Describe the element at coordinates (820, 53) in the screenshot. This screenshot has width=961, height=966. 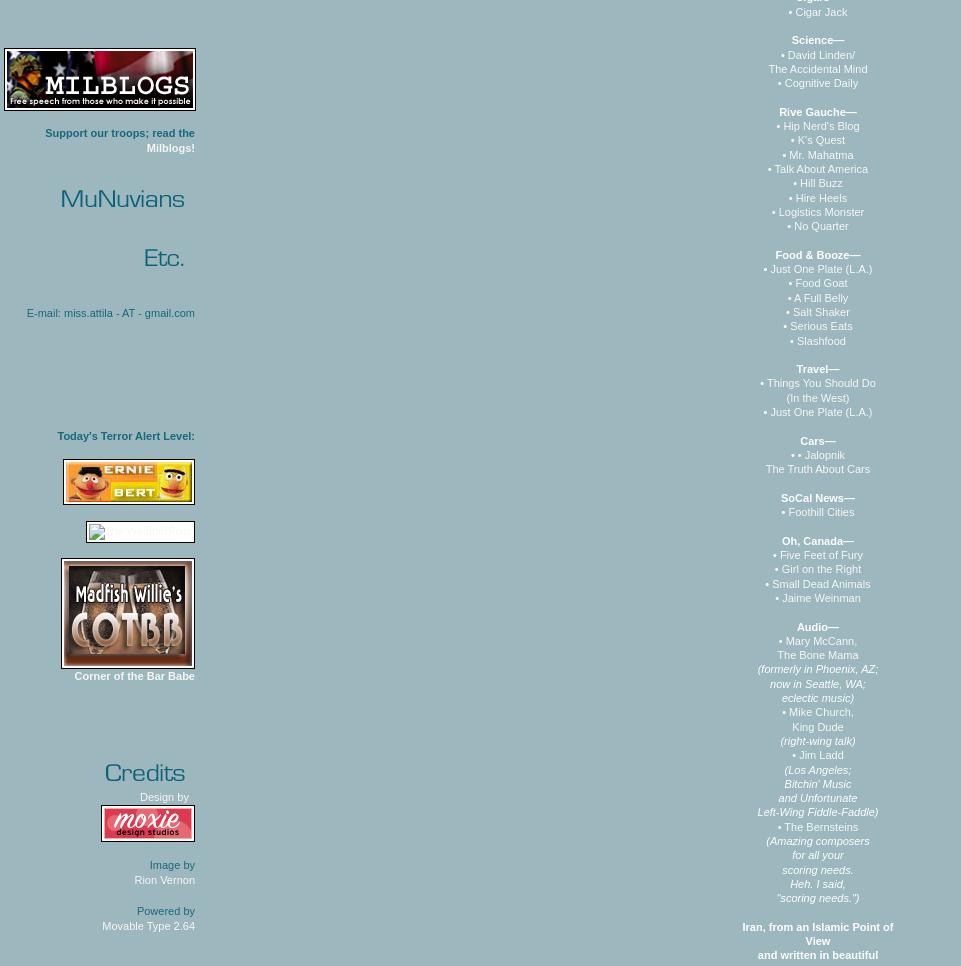
I see `'David Linden/'` at that location.